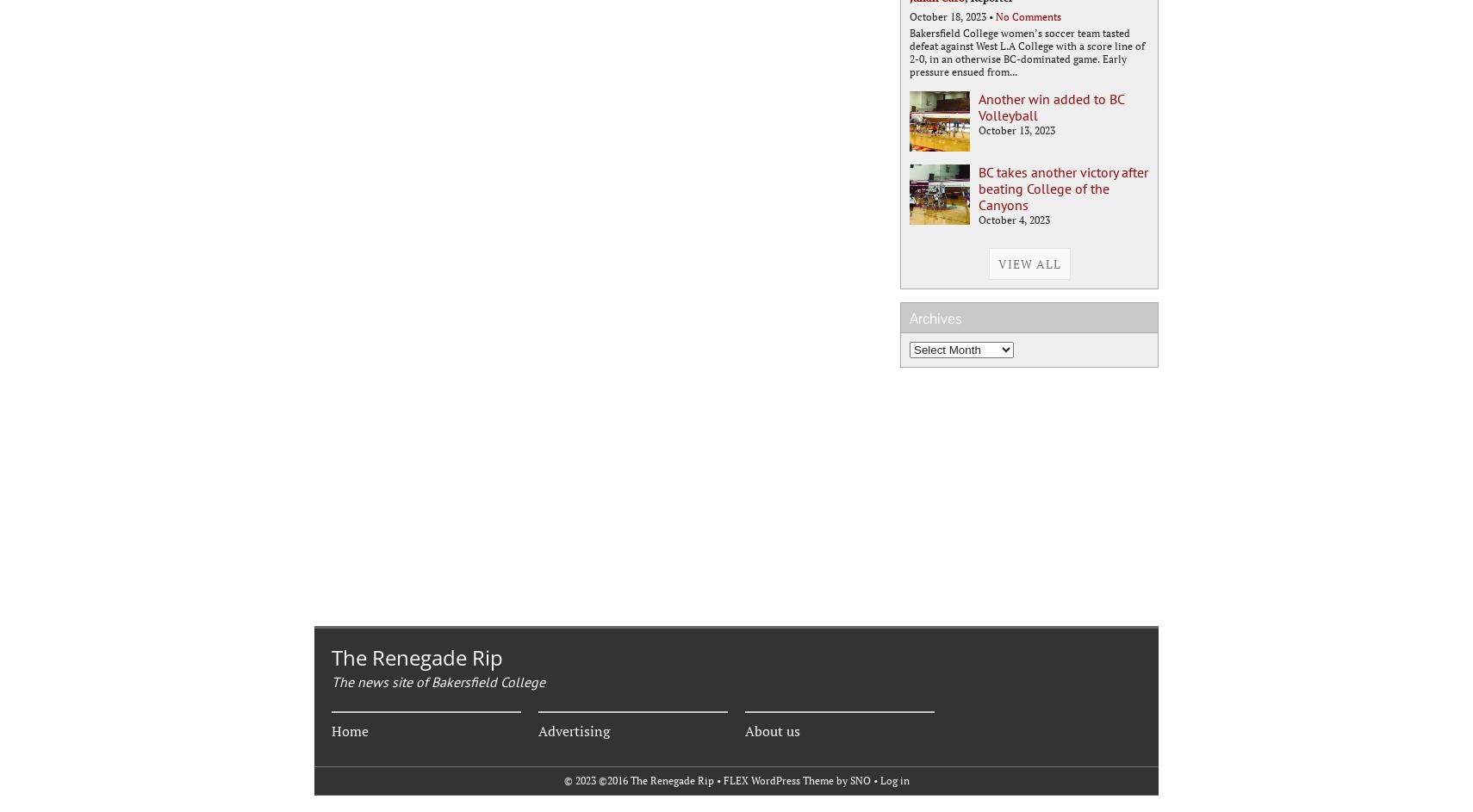 This screenshot has height=812, width=1473. What do you see at coordinates (935, 318) in the screenshot?
I see `'Archives'` at bounding box center [935, 318].